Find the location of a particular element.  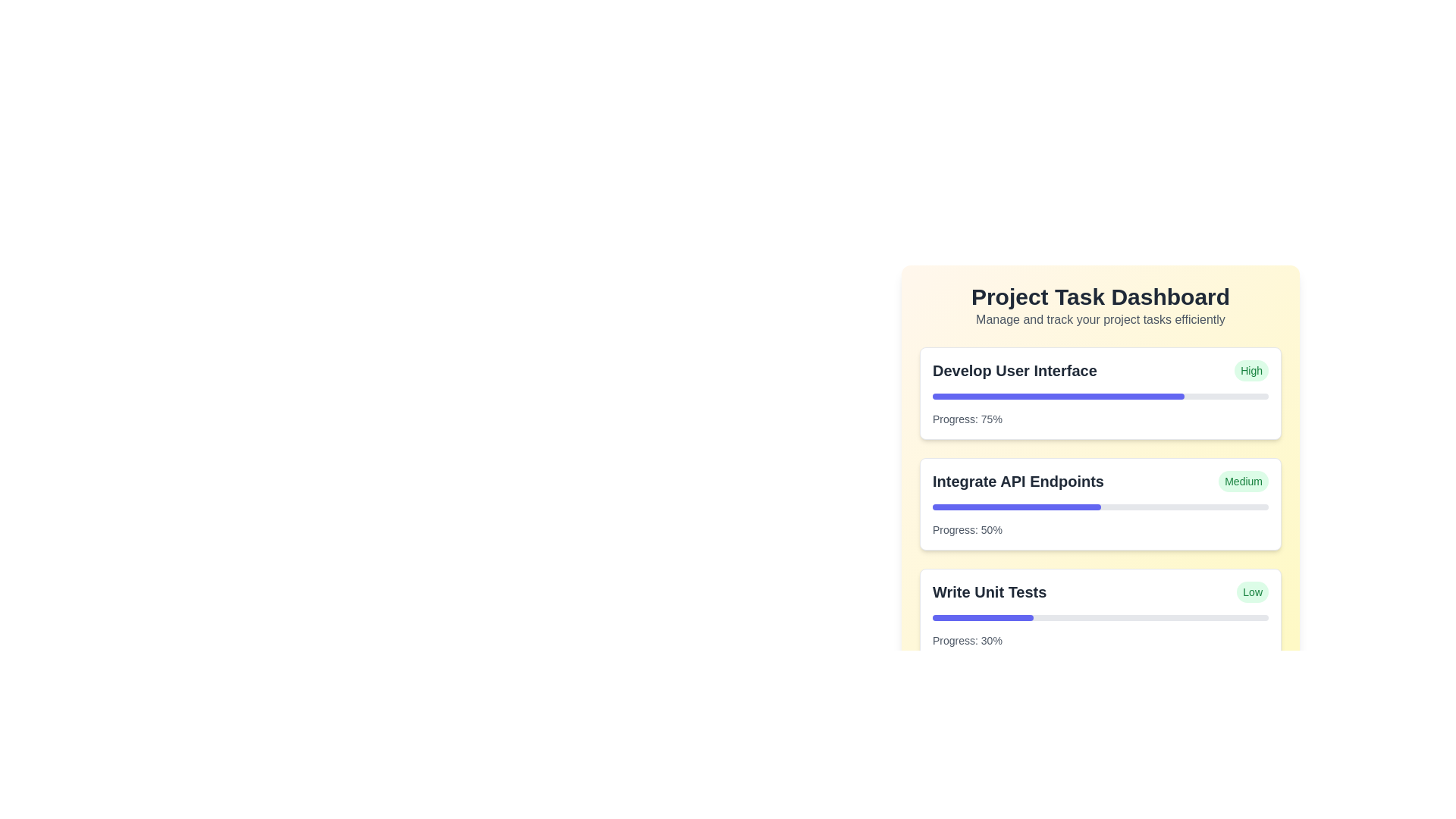

status label indicating the priority level for the 'Write Unit Tests' task, located on the far right of the row with the text 'Write Unit Tests' is located at coordinates (1253, 591).